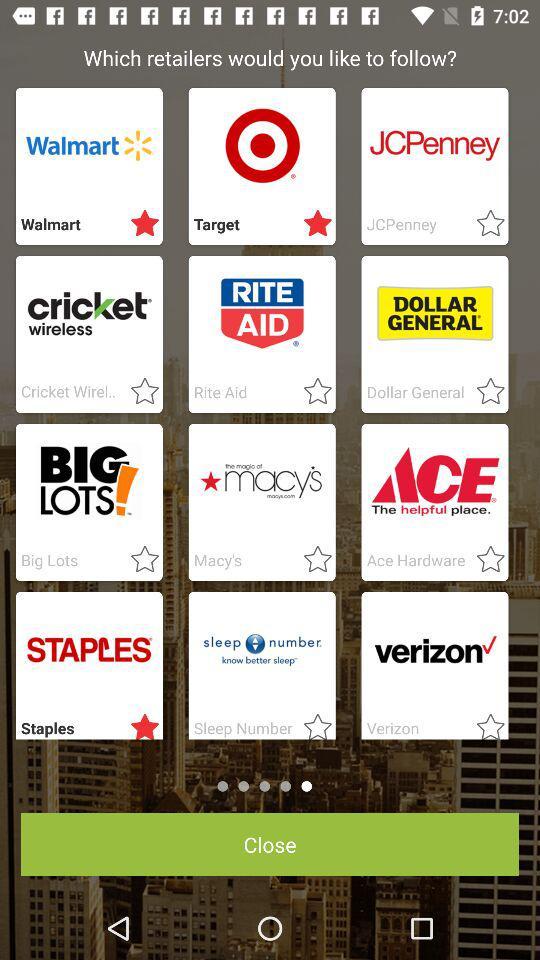 The width and height of the screenshot is (540, 960). I want to click on choice, so click(312, 722).